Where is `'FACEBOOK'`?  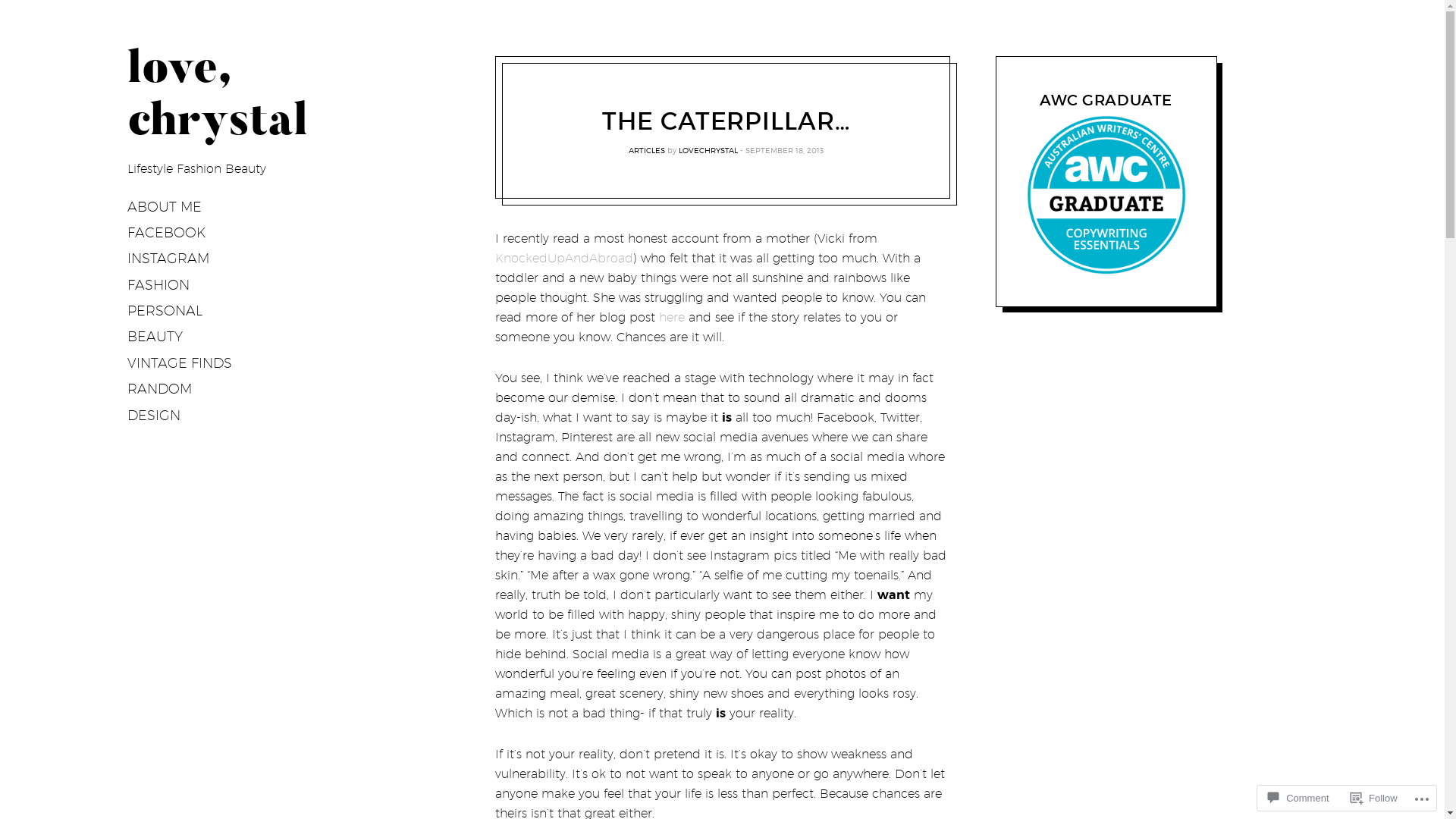
'FACEBOOK' is located at coordinates (166, 233).